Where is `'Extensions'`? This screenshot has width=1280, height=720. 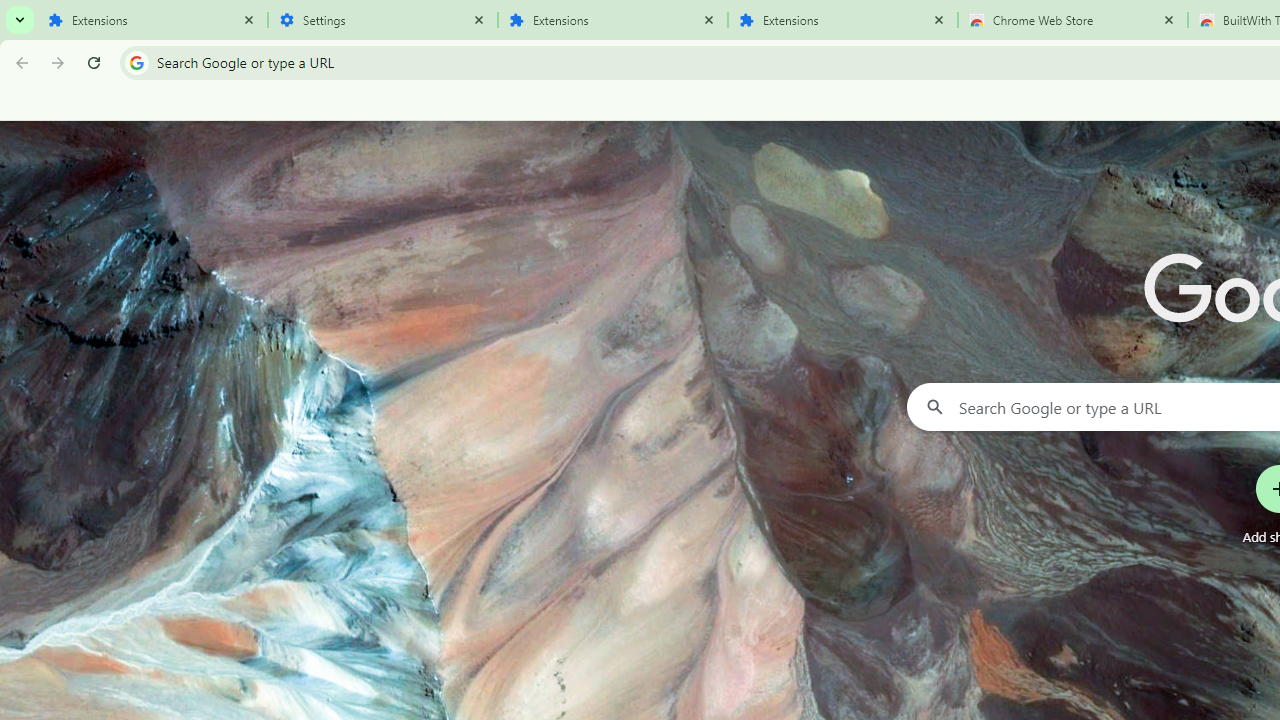
'Extensions' is located at coordinates (842, 20).